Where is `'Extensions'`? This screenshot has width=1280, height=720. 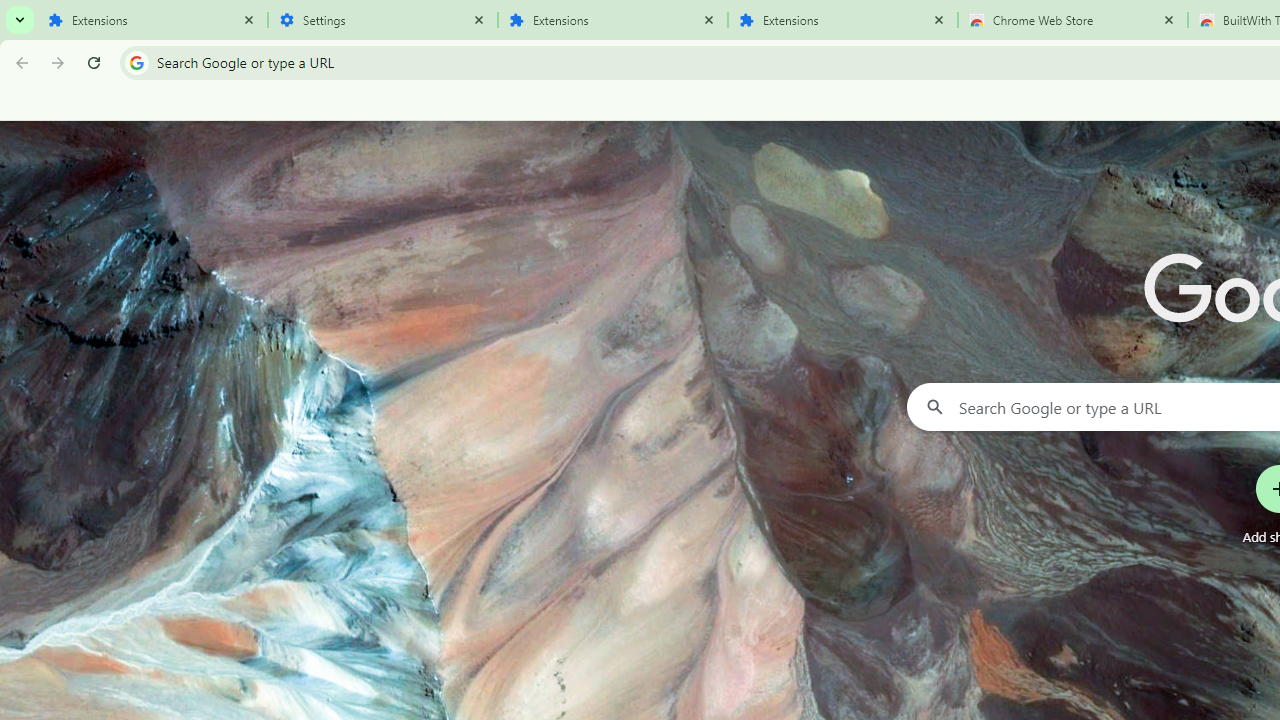
'Extensions' is located at coordinates (842, 20).